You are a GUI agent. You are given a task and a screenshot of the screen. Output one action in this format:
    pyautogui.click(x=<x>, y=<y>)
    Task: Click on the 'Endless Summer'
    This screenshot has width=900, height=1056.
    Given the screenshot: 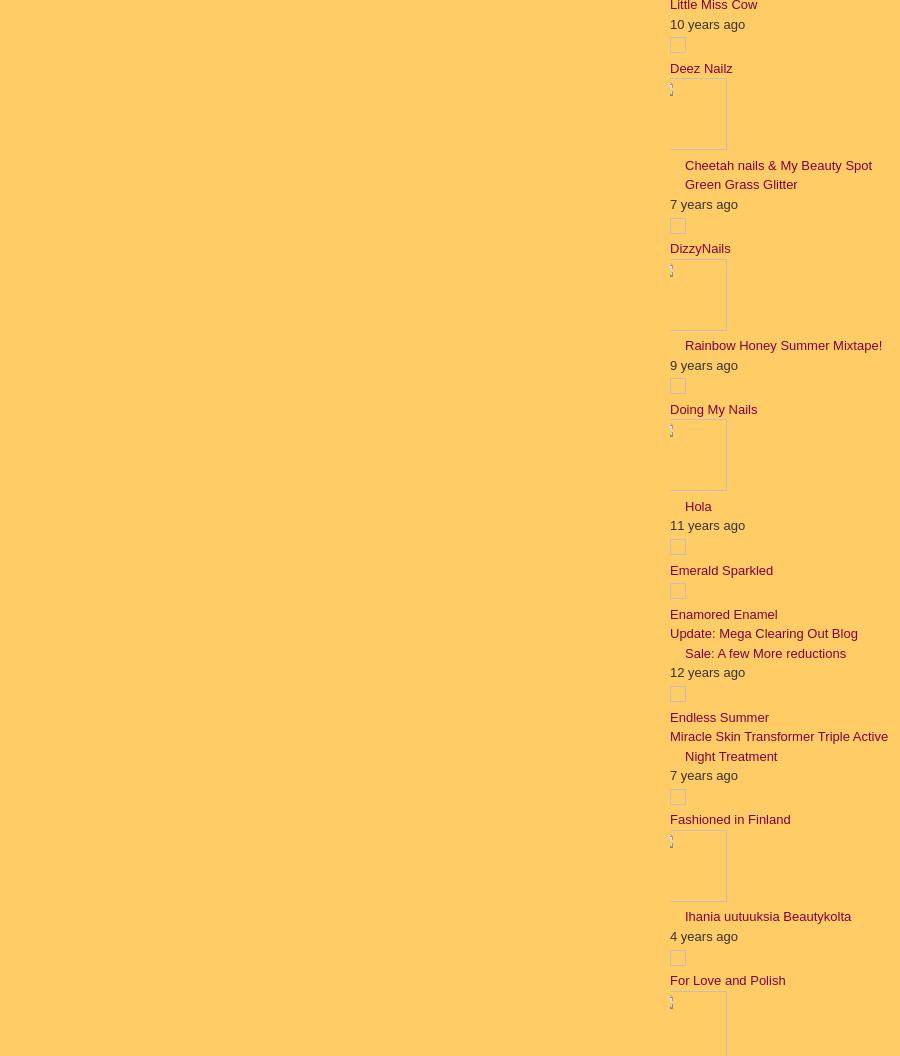 What is the action you would take?
    pyautogui.click(x=718, y=716)
    